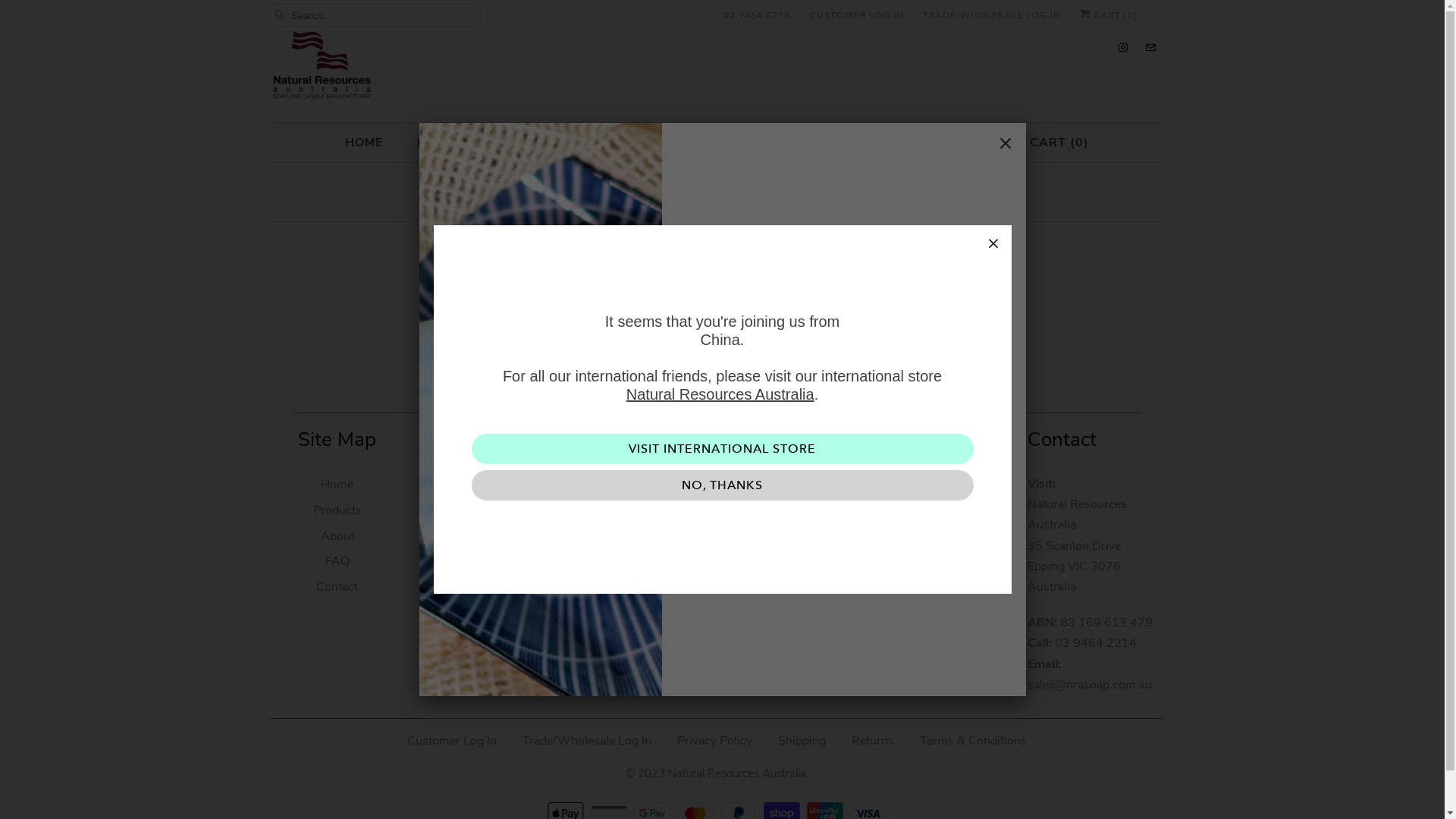 This screenshot has height=819, width=1456. Describe the element at coordinates (337, 510) in the screenshot. I see `'Products'` at that location.